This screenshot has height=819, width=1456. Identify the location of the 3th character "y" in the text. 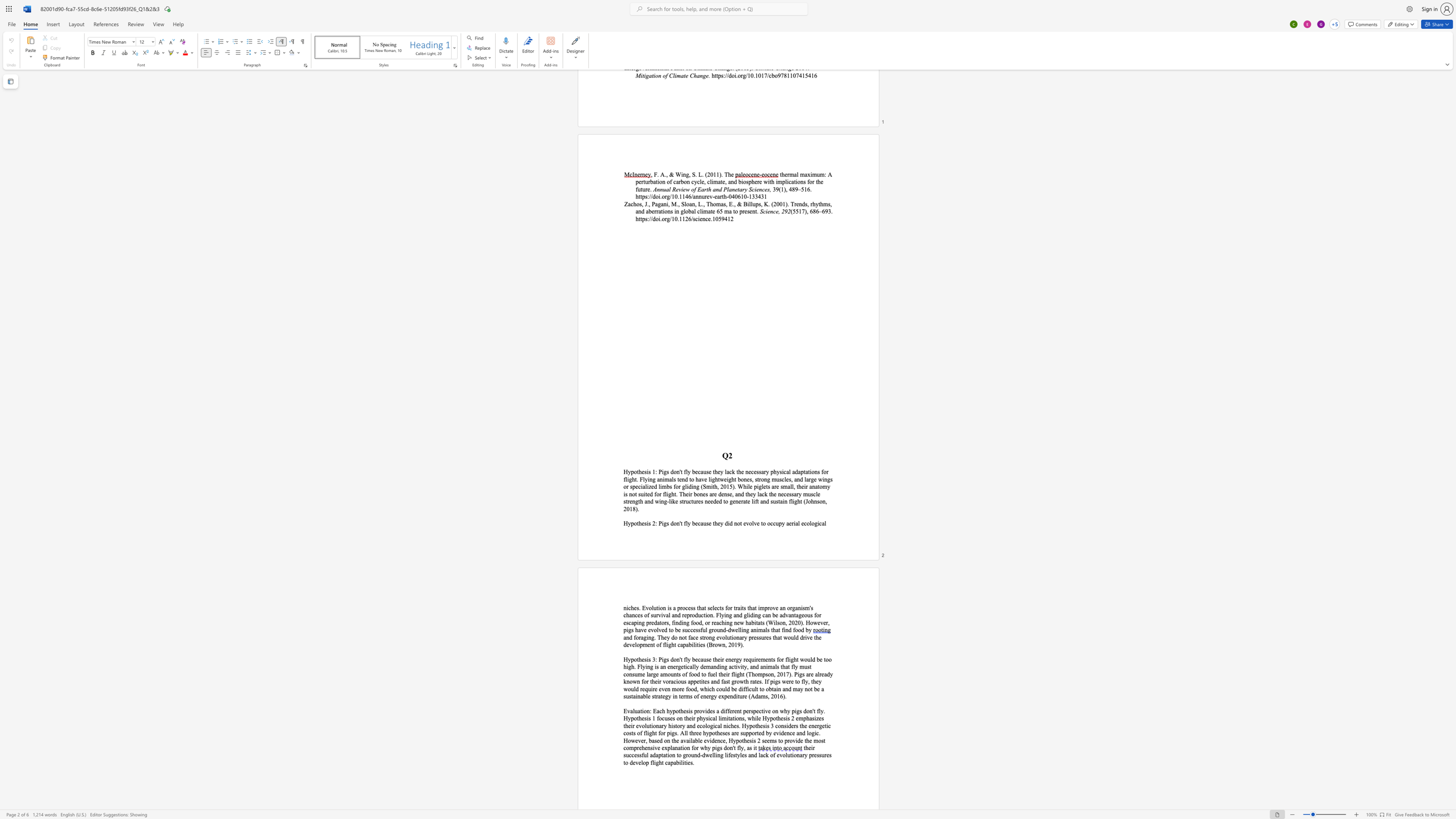
(714, 696).